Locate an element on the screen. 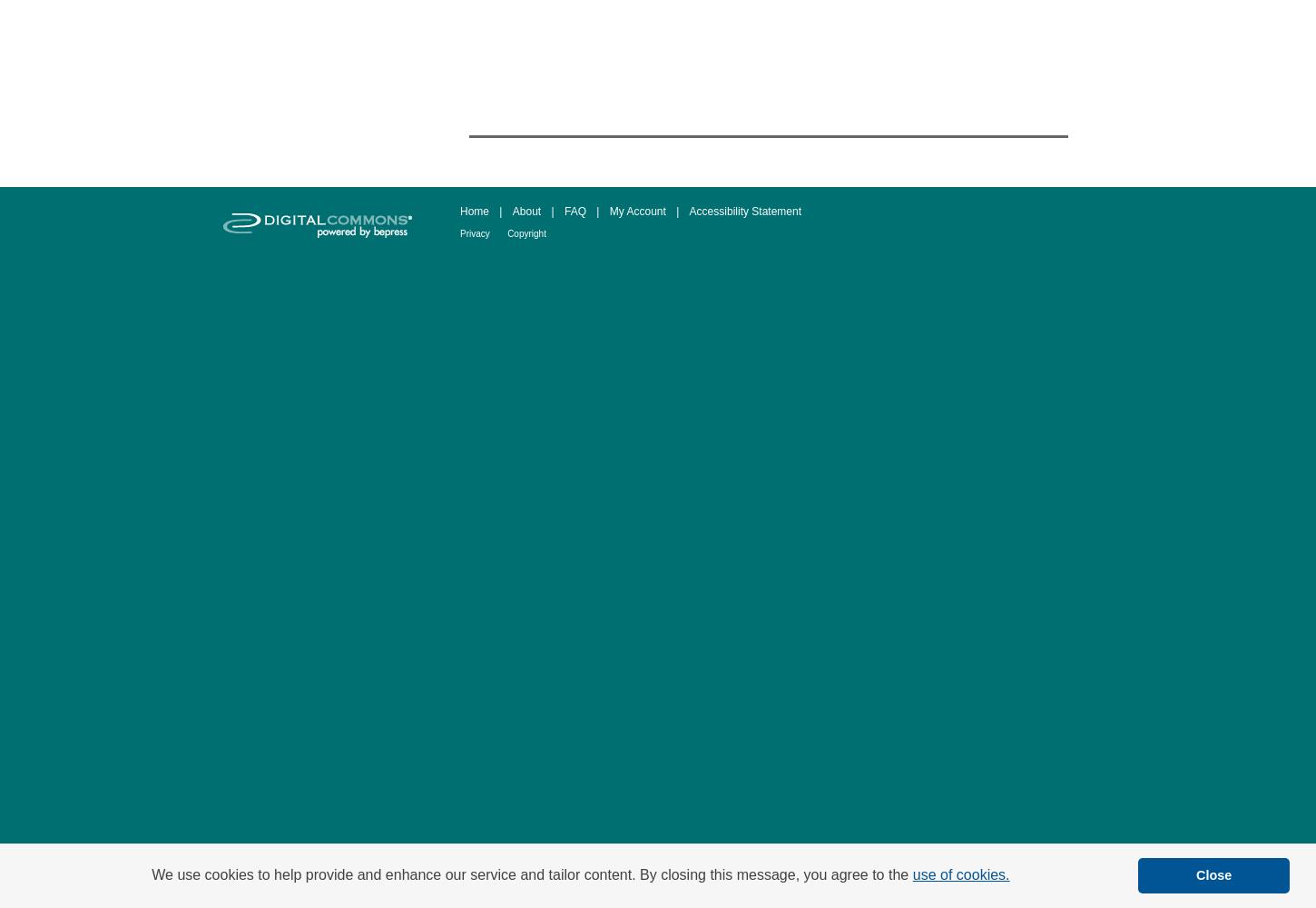 The image size is (1316, 908). 'FAQ' is located at coordinates (563, 211).